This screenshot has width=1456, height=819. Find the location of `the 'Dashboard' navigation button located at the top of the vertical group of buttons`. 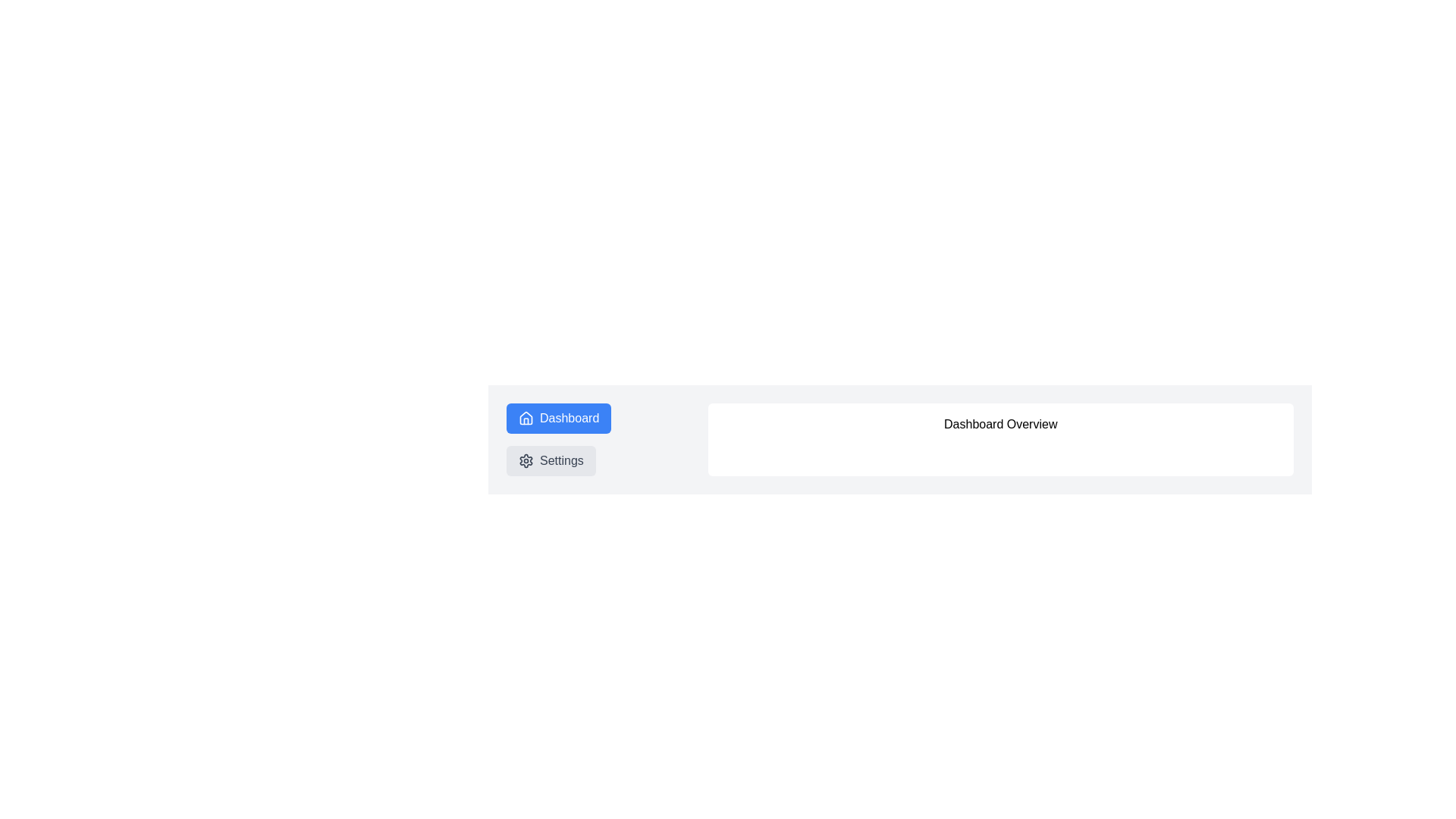

the 'Dashboard' navigation button located at the top of the vertical group of buttons is located at coordinates (558, 418).